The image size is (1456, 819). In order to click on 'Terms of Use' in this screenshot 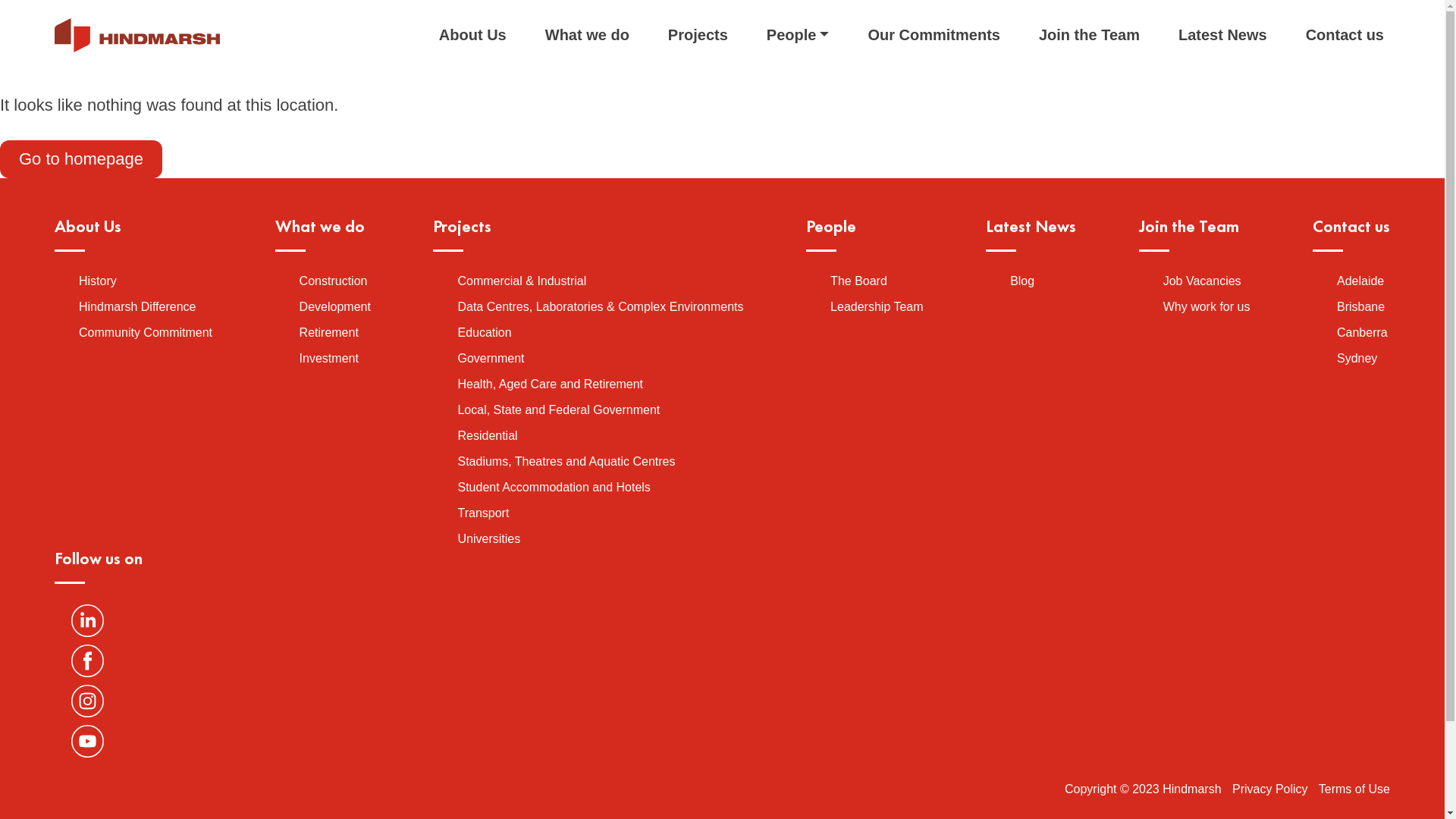, I will do `click(1354, 788)`.